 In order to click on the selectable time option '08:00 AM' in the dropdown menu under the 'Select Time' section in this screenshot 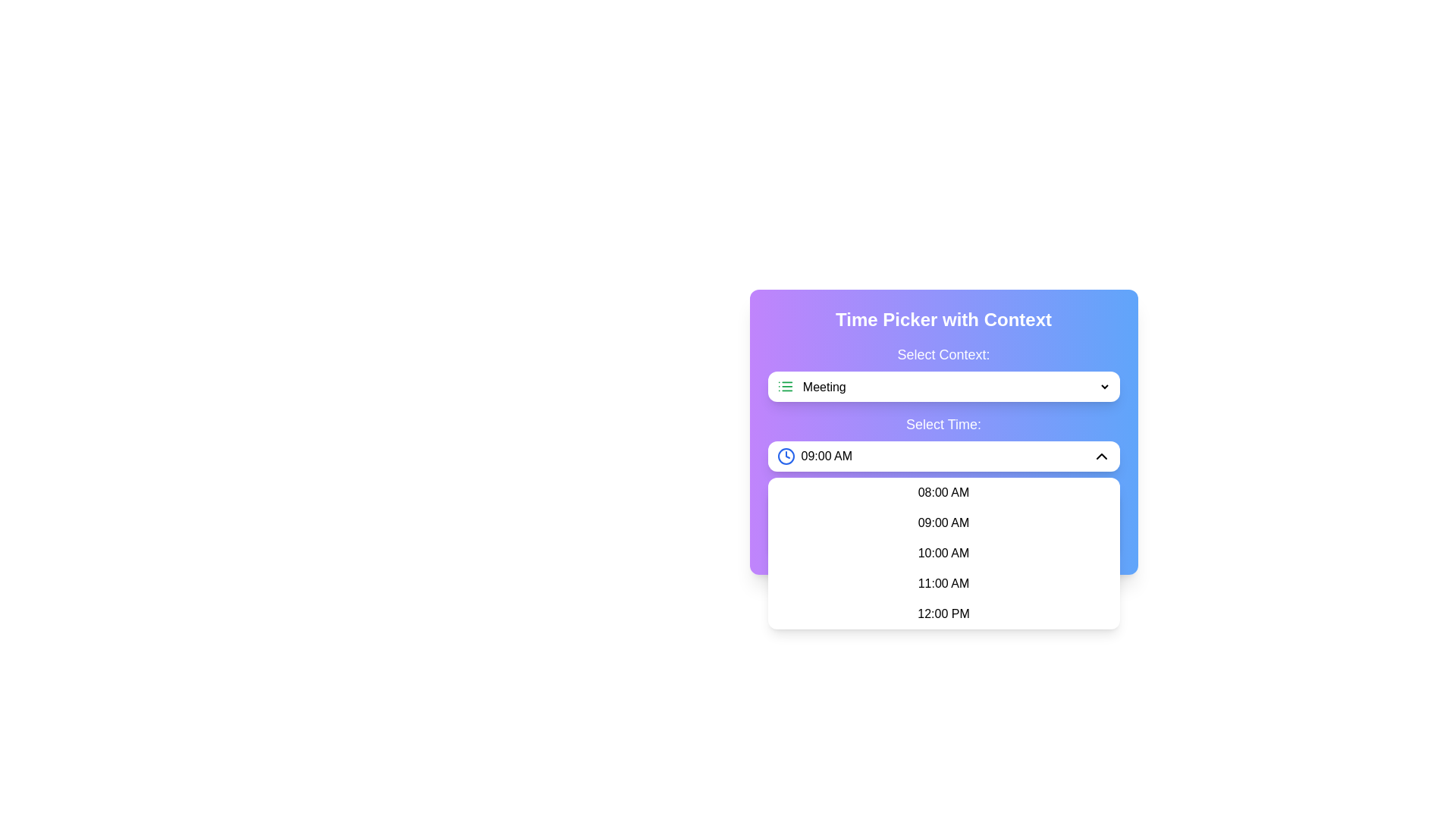, I will do `click(943, 493)`.